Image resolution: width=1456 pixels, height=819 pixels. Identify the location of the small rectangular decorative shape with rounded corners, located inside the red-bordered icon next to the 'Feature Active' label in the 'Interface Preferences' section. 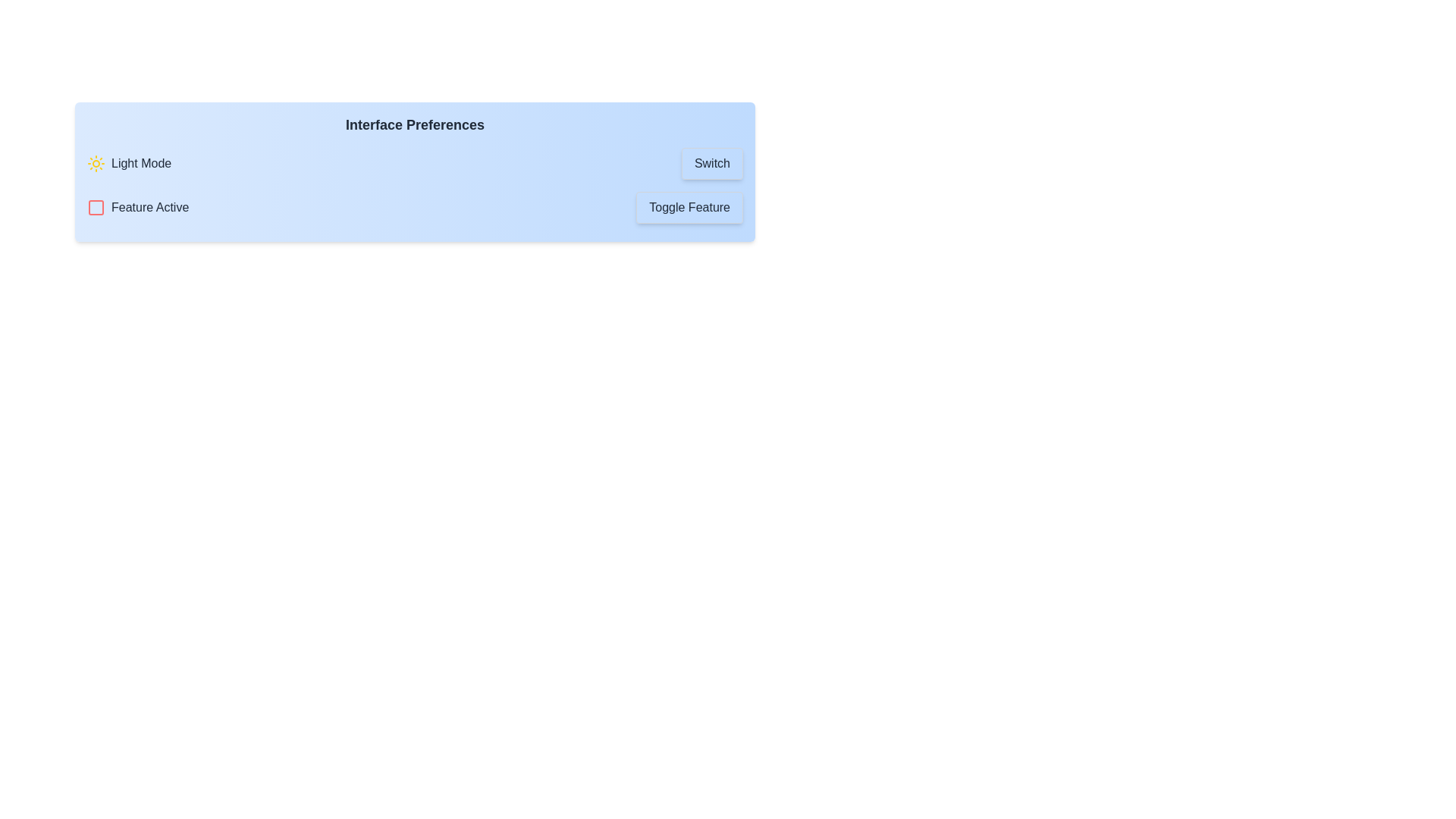
(95, 207).